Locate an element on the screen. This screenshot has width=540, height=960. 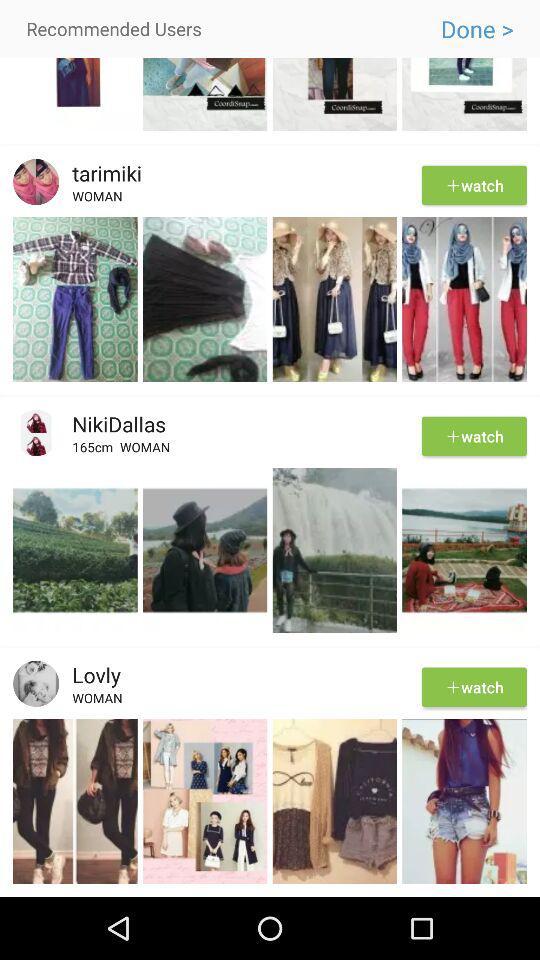
done > icon is located at coordinates (476, 28).